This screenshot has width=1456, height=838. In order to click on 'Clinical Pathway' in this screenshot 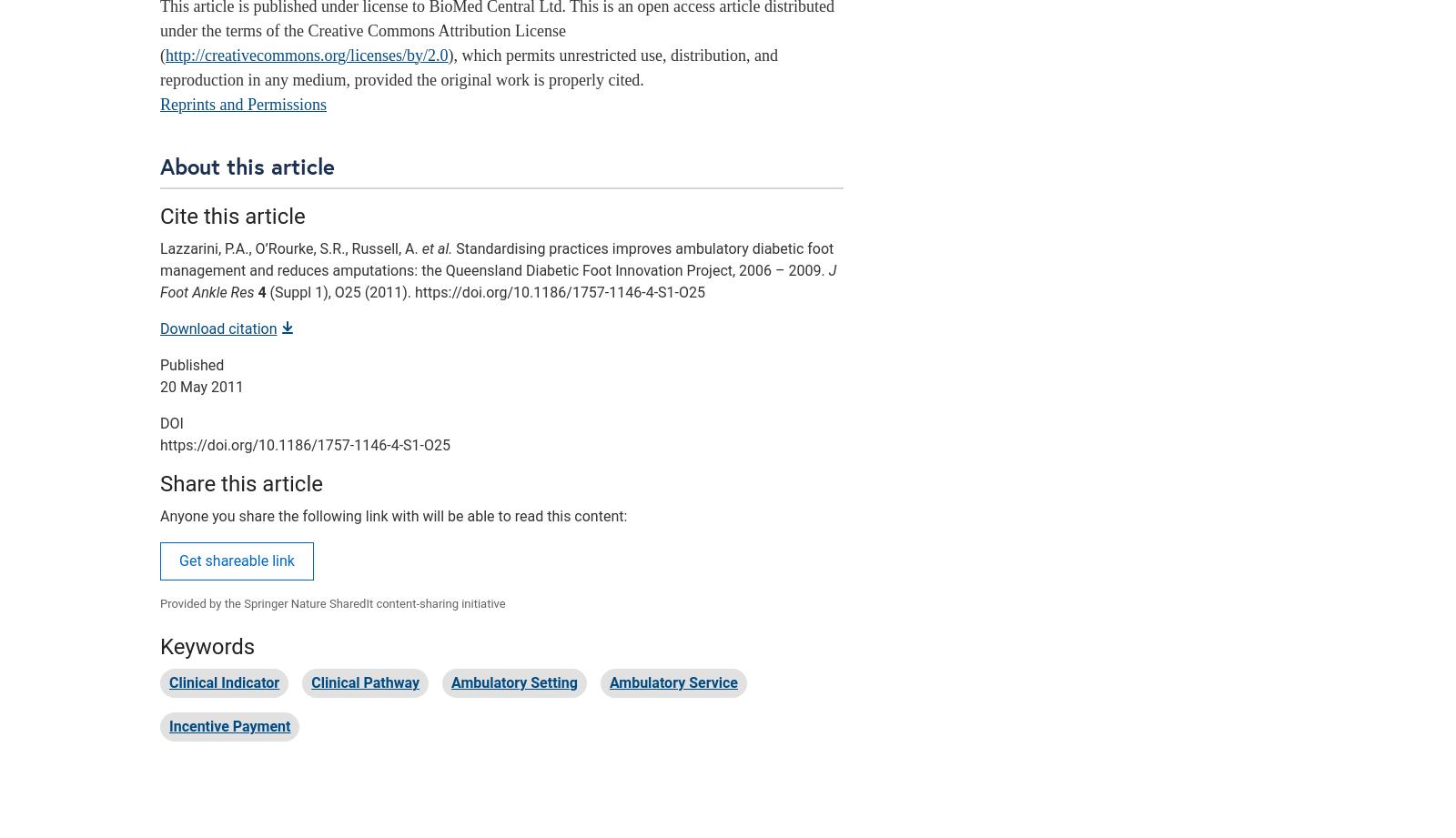, I will do `click(364, 682)`.